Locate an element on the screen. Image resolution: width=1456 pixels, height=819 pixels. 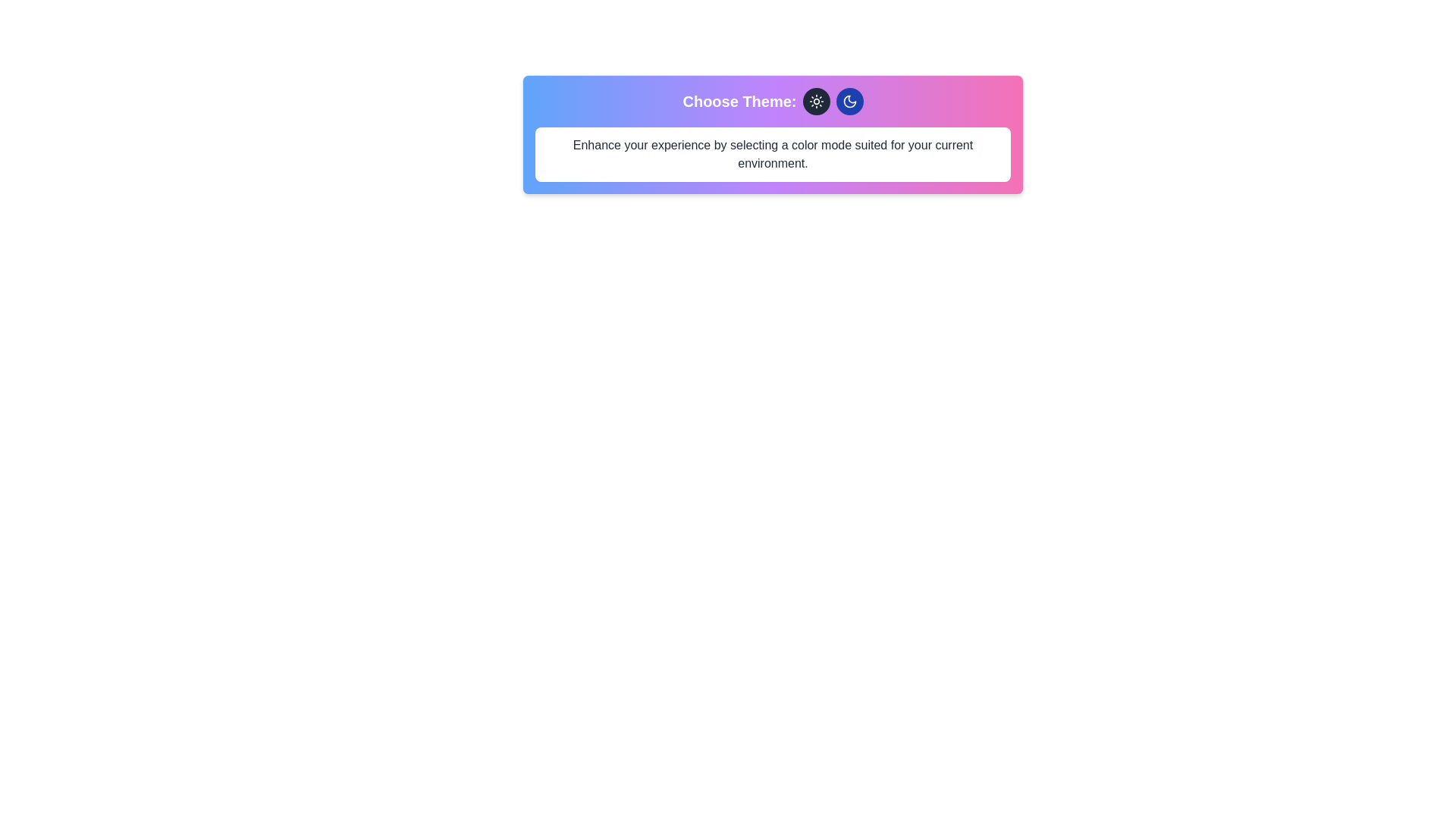
the circular button with a blue background and a crescent moon icon is located at coordinates (849, 102).